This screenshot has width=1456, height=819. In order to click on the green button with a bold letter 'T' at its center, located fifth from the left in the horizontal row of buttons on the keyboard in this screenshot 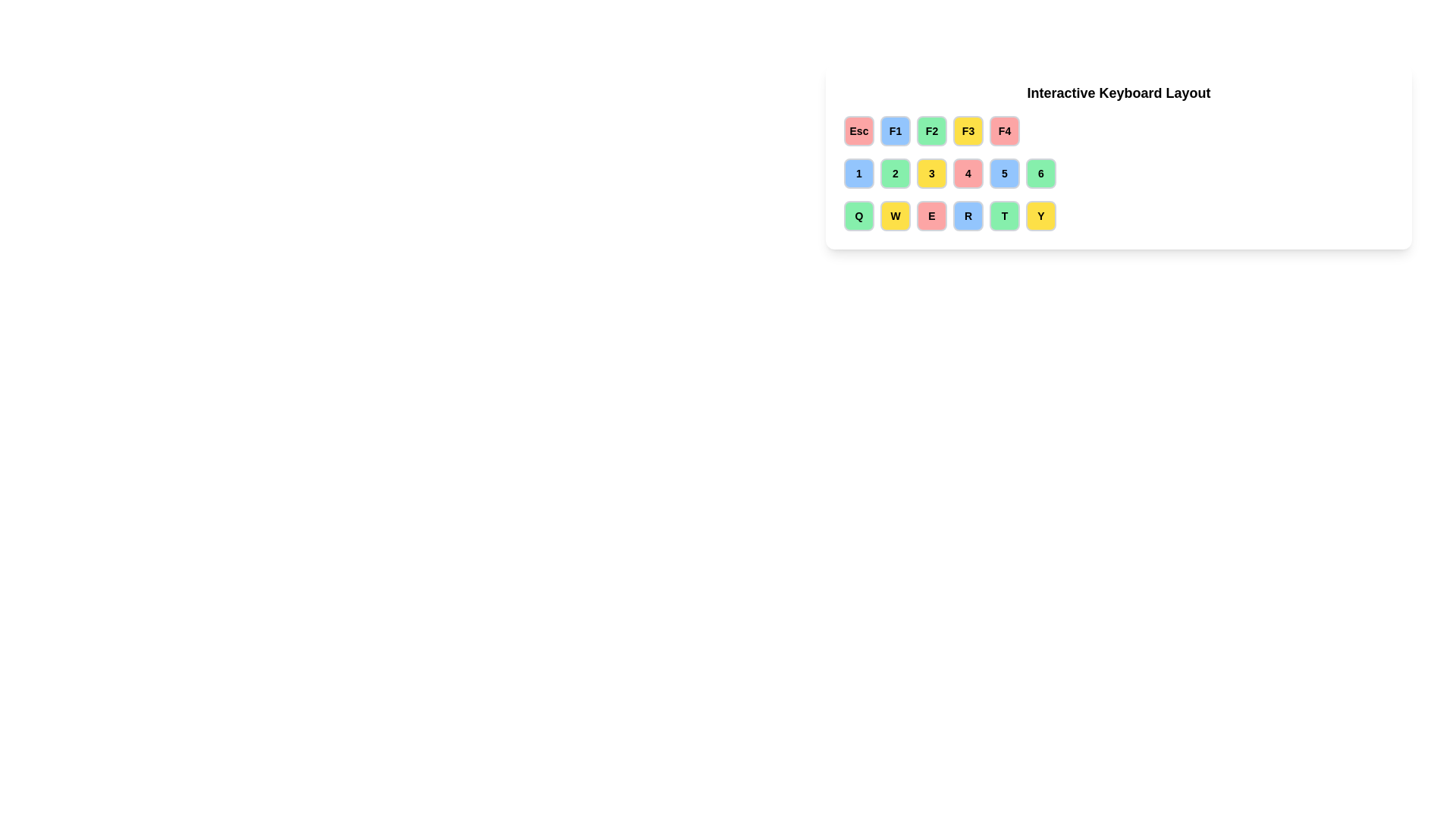, I will do `click(1004, 216)`.